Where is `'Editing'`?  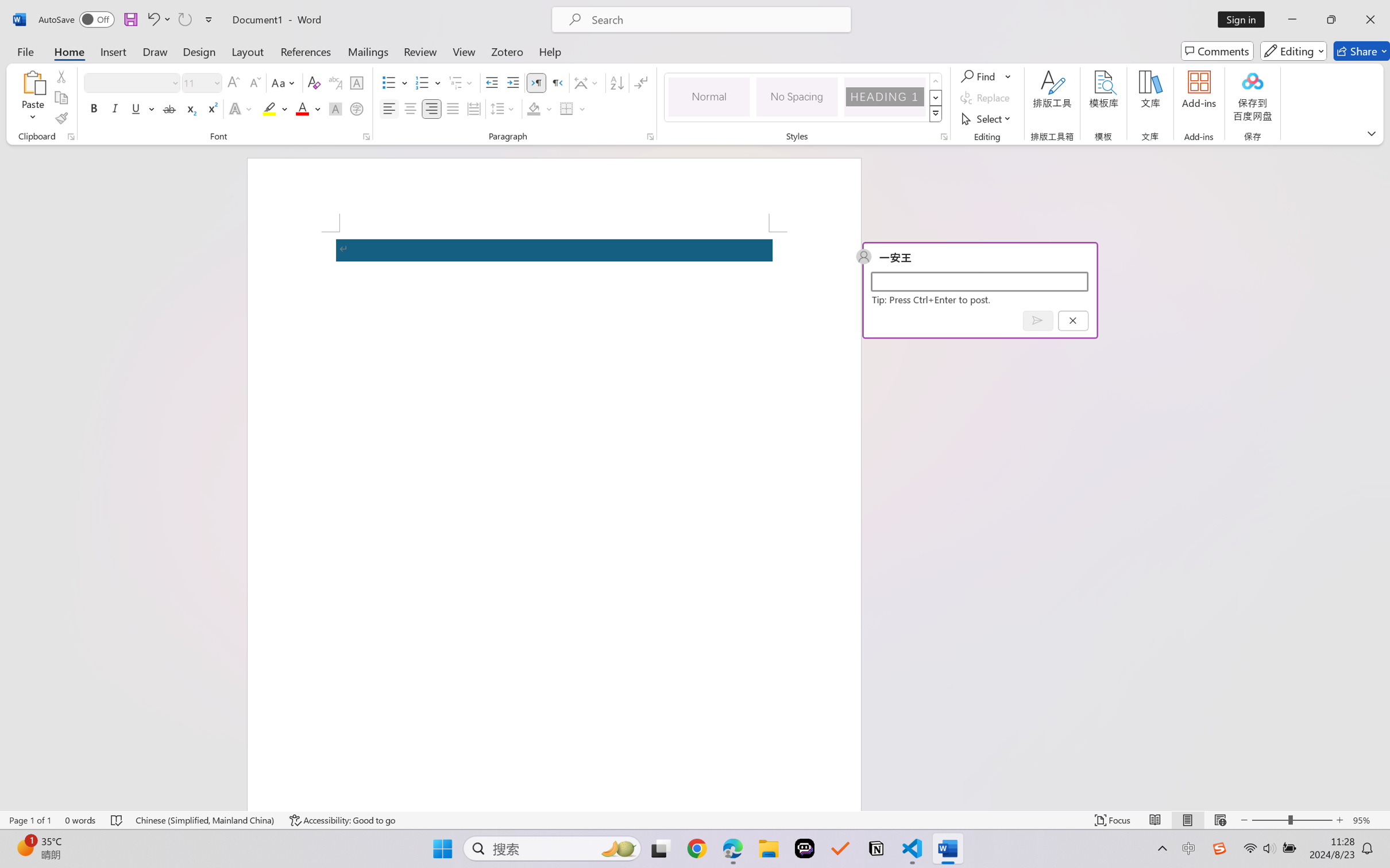 'Editing' is located at coordinates (1294, 51).